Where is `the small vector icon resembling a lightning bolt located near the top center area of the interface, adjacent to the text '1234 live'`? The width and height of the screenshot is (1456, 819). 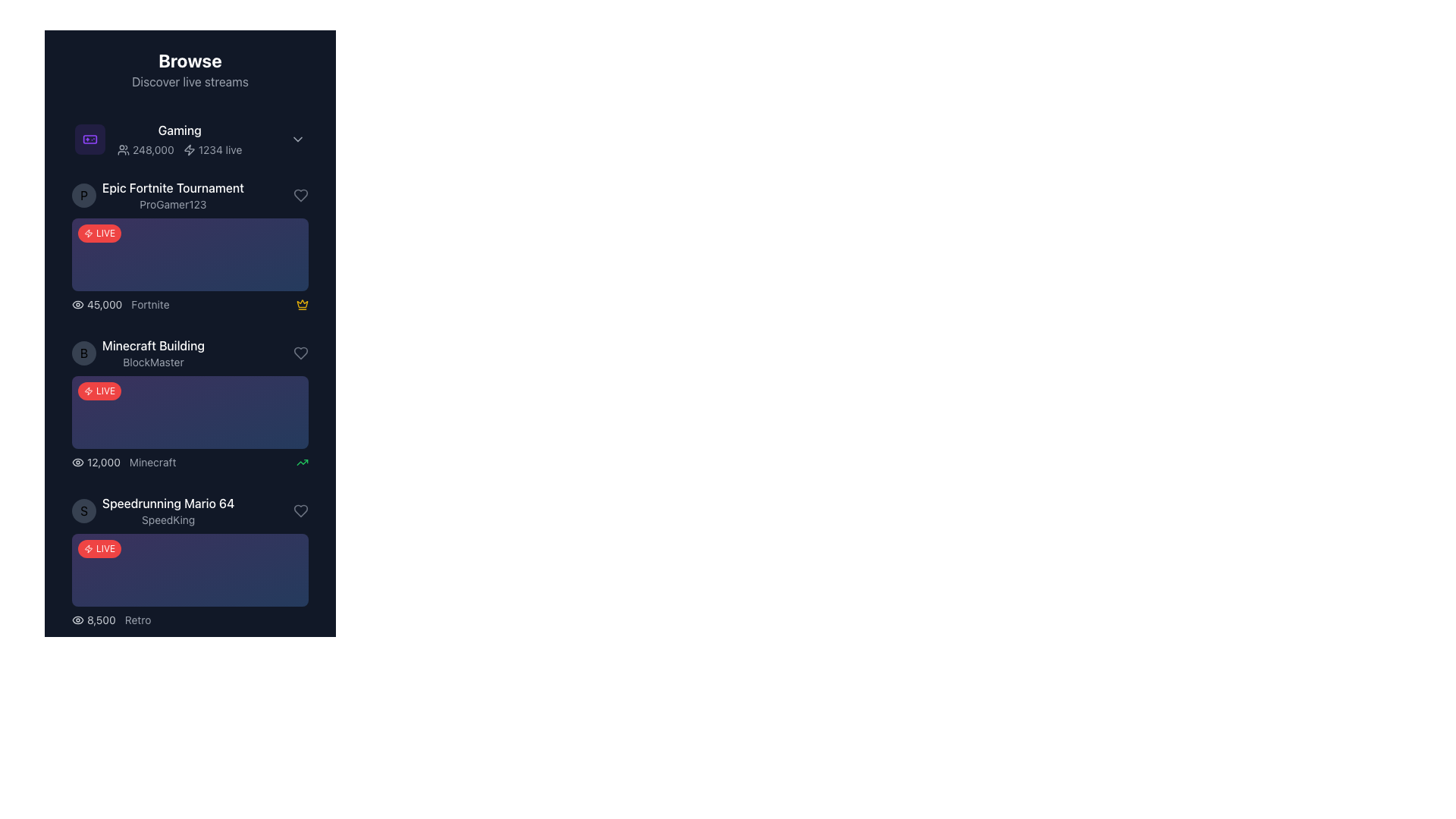 the small vector icon resembling a lightning bolt located near the top center area of the interface, adjacent to the text '1234 live' is located at coordinates (87, 391).